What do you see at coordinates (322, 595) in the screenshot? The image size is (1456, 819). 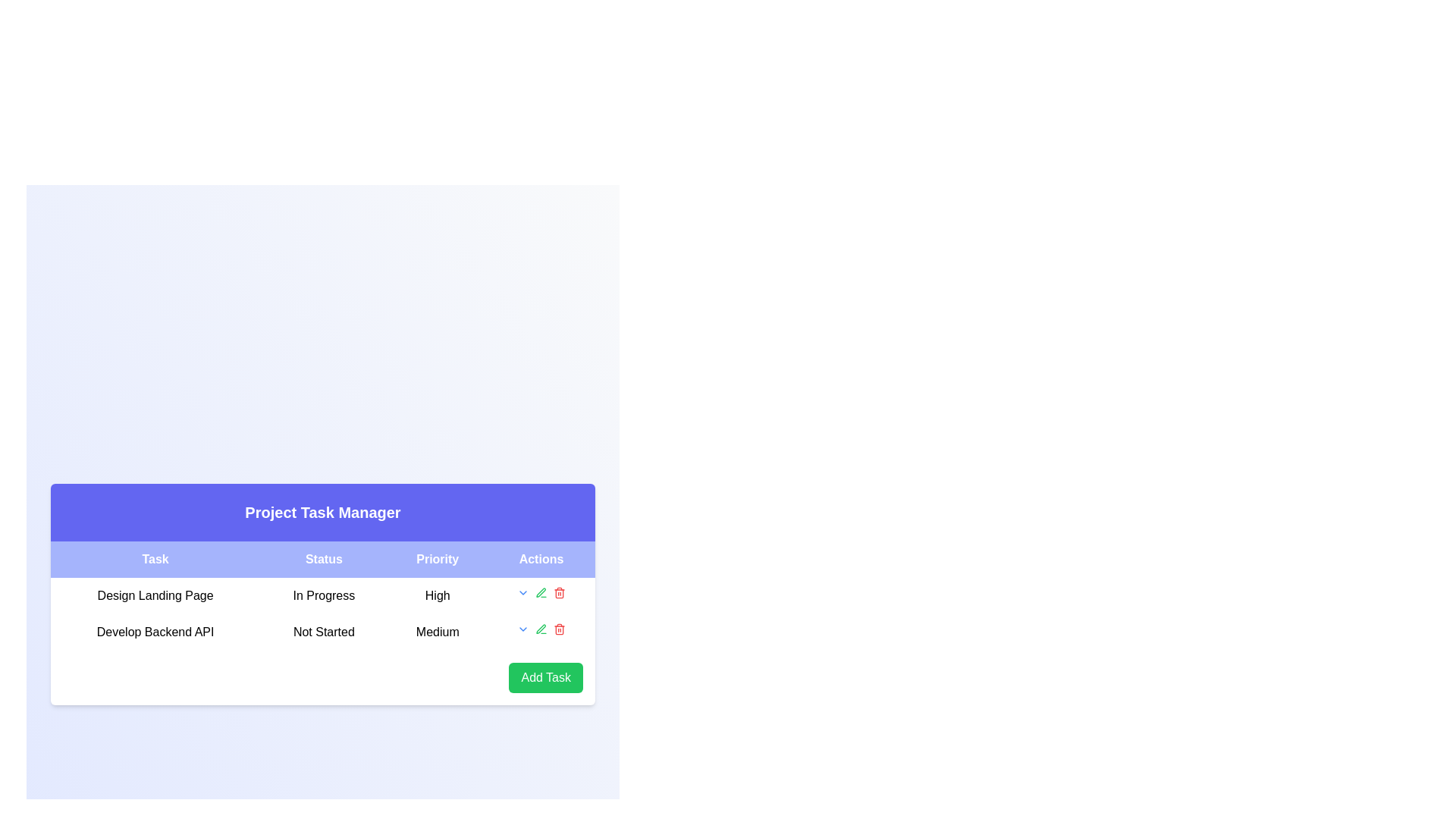 I see `the first row of the task details in the 'Project Task Manager' interface` at bounding box center [322, 595].